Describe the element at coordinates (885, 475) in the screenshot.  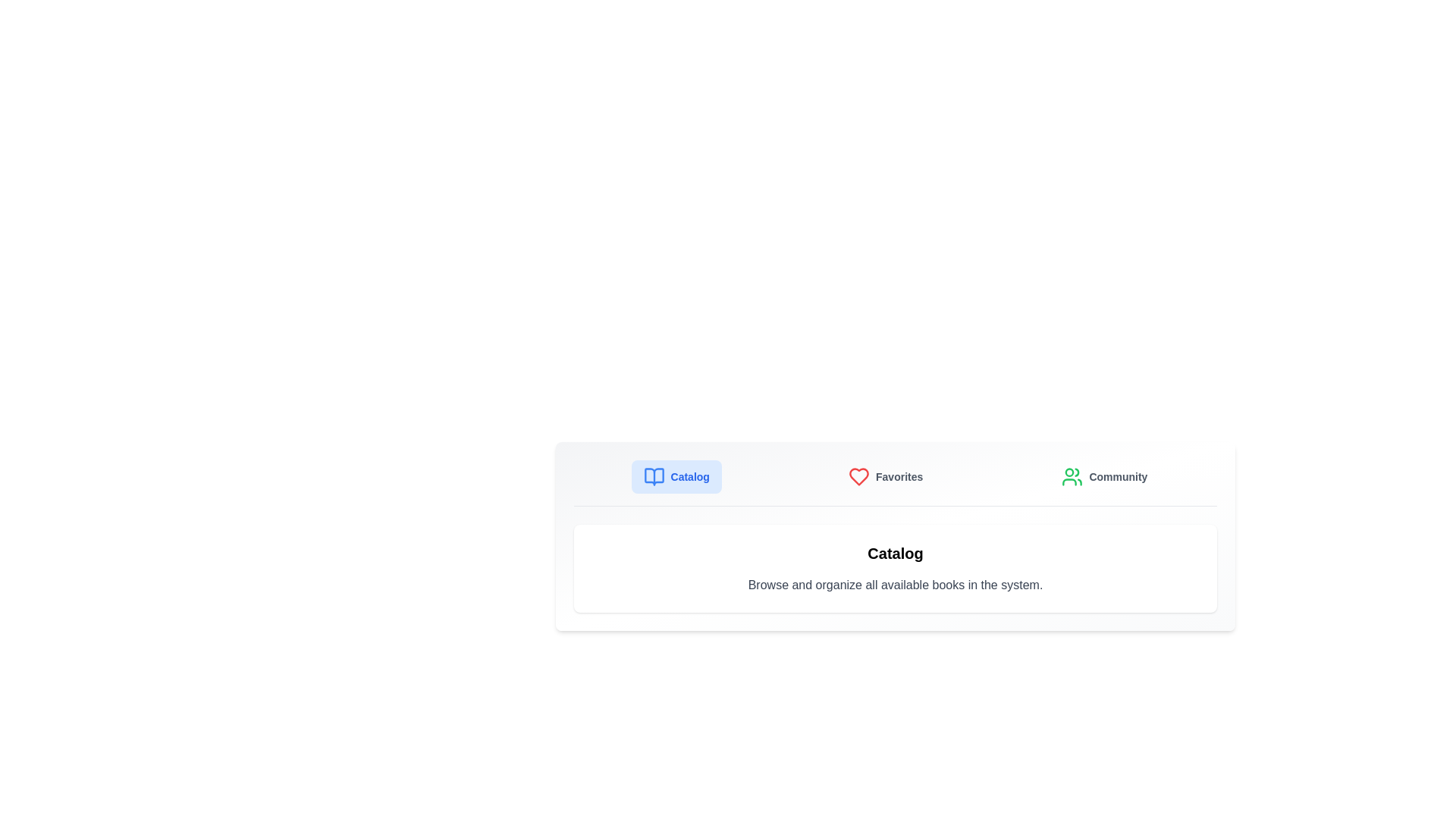
I see `the Favorites tab to observe visual feedback` at that location.